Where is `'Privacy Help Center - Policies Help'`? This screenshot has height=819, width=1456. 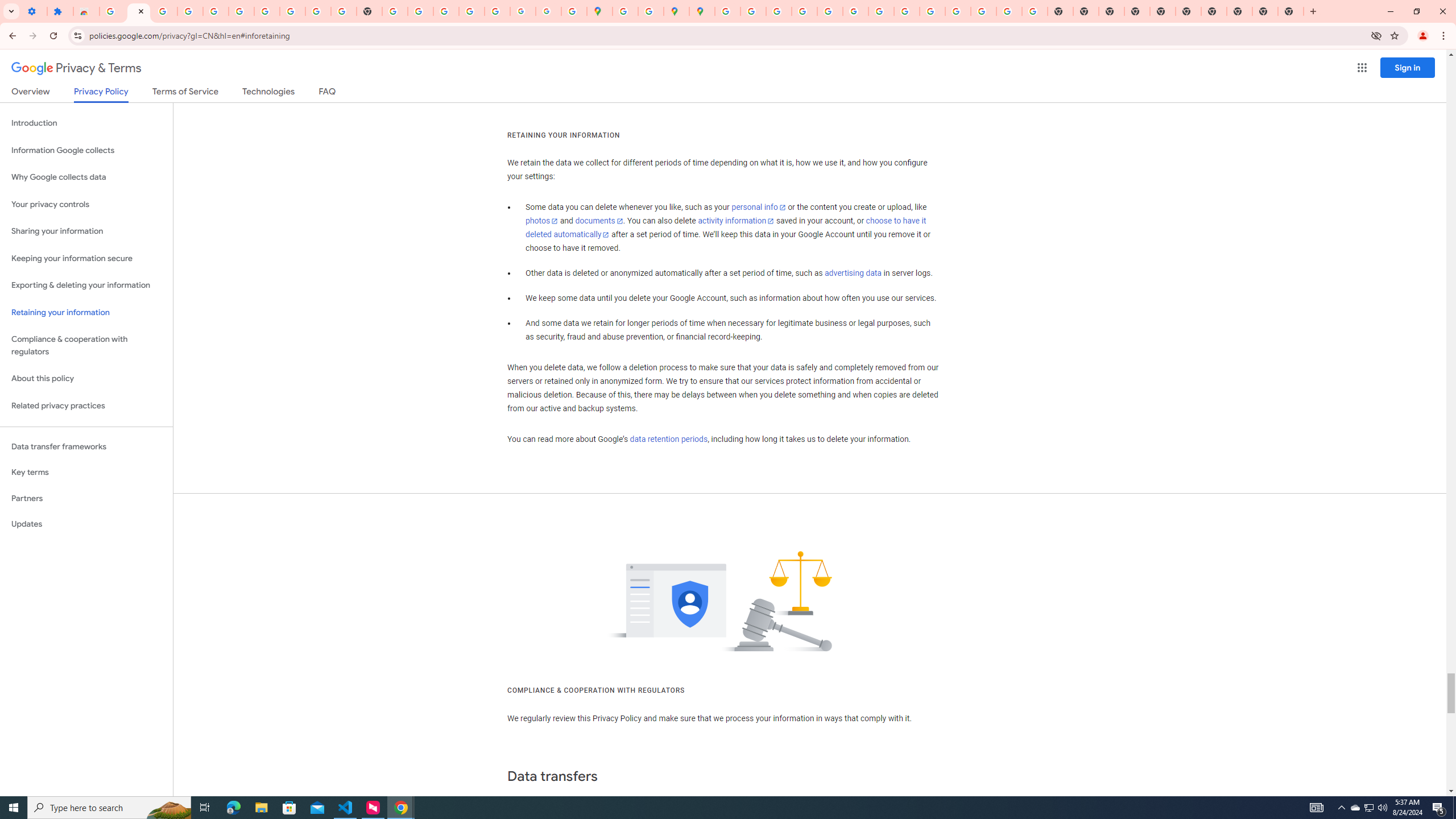
'Privacy Help Center - Policies Help' is located at coordinates (779, 11).